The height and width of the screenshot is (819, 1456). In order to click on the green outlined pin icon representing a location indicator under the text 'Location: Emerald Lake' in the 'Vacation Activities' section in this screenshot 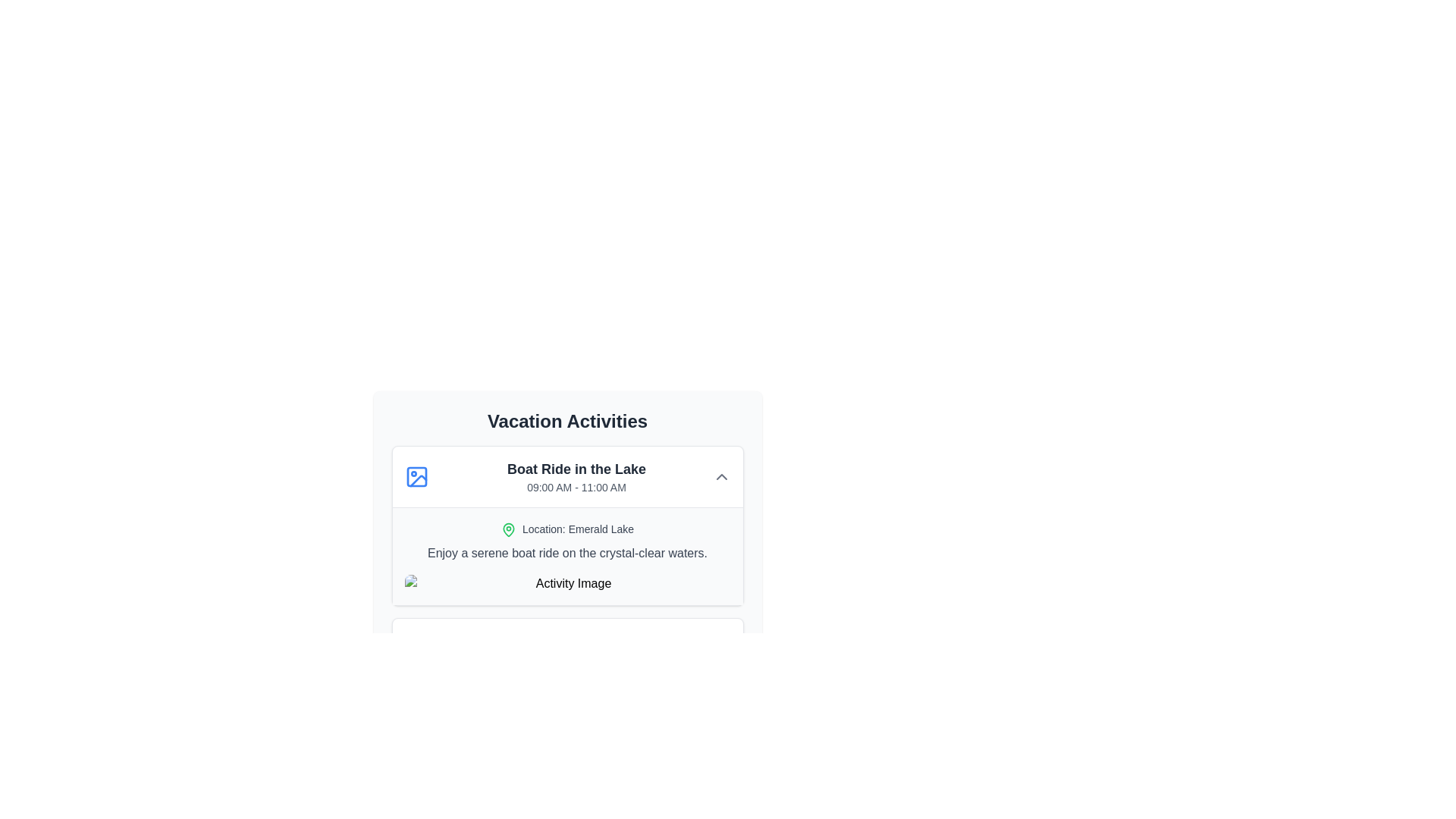, I will do `click(508, 529)`.